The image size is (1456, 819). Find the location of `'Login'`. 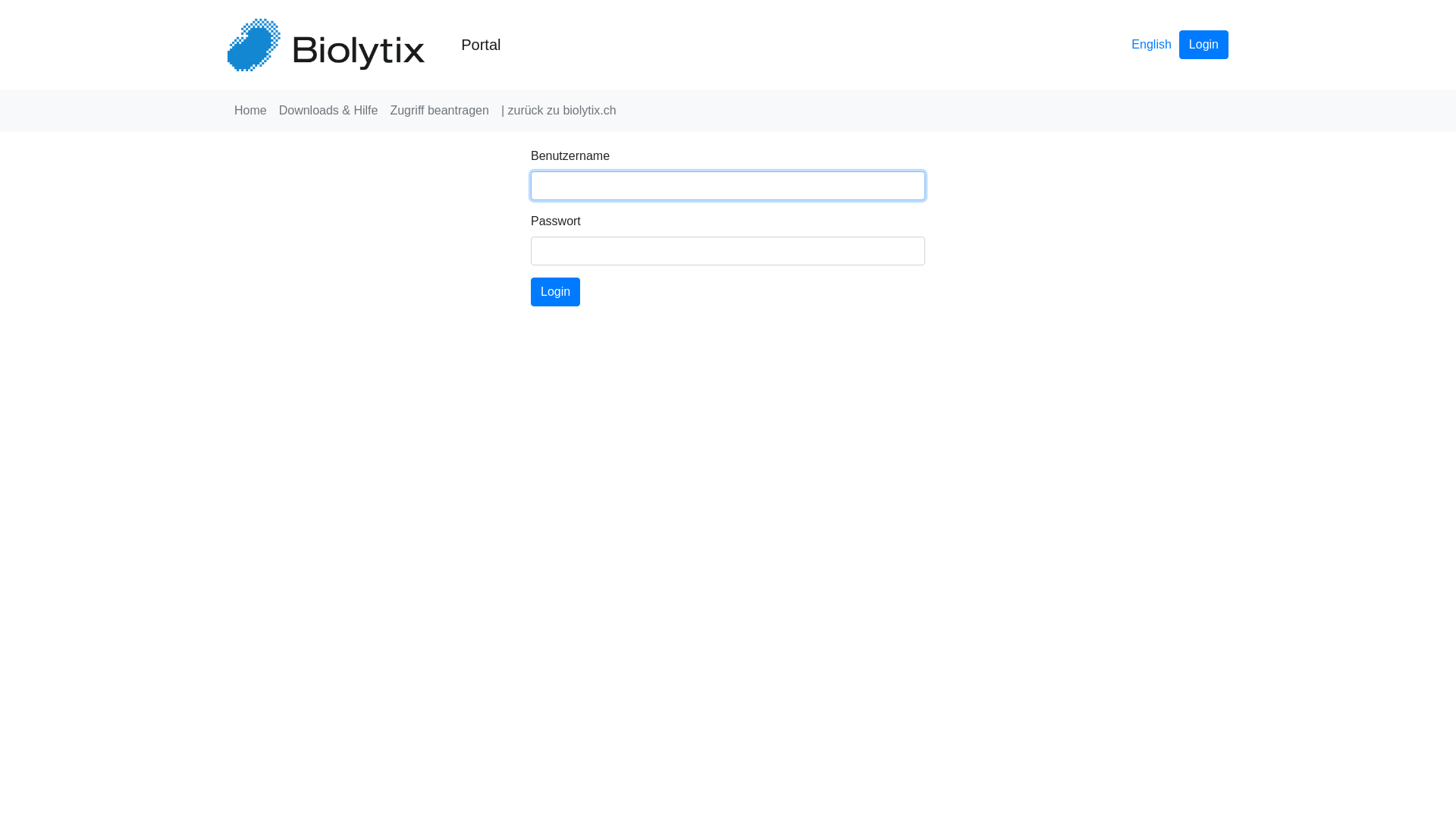

'Login' is located at coordinates (1203, 43).